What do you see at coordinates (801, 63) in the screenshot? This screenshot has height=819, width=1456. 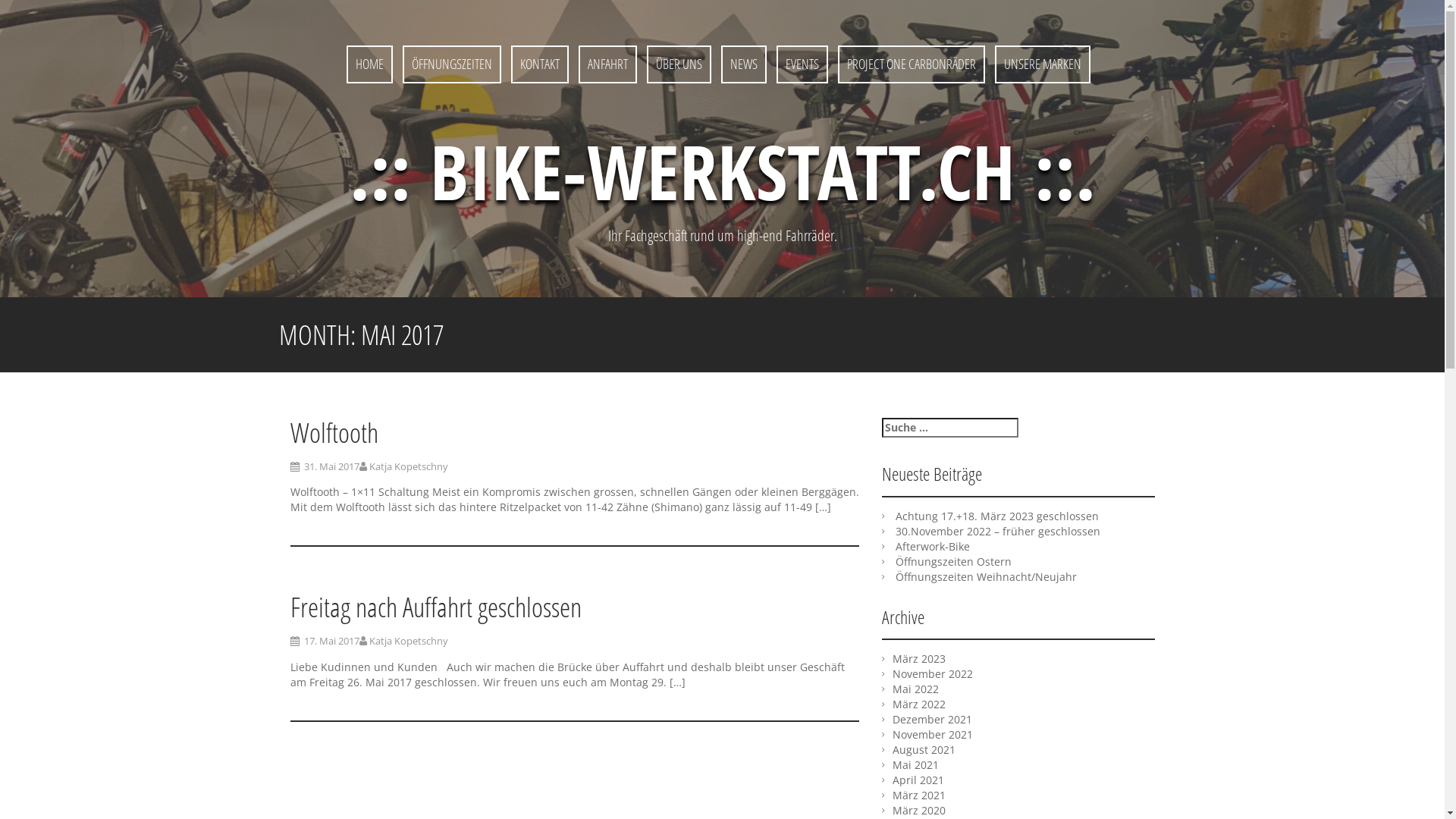 I see `'EVENTS'` at bounding box center [801, 63].